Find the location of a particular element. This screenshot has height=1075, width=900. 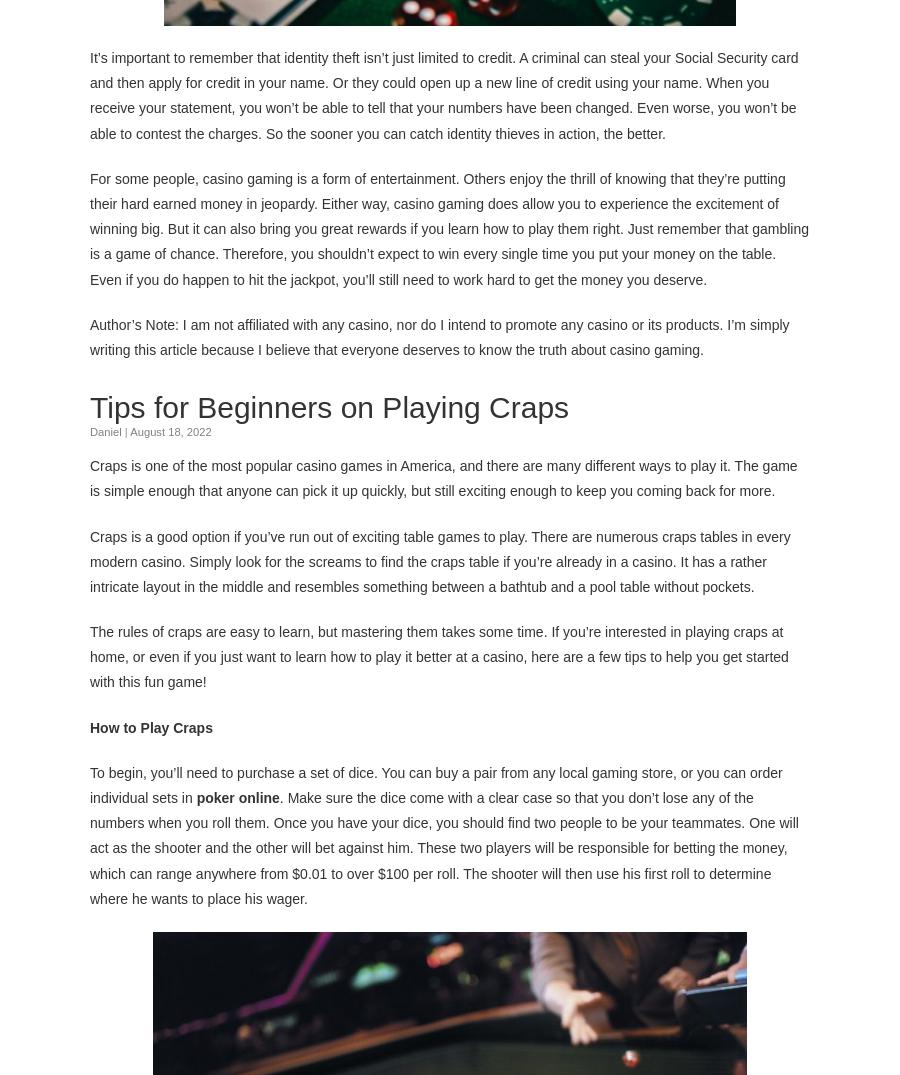

'Daniel' is located at coordinates (104, 429).